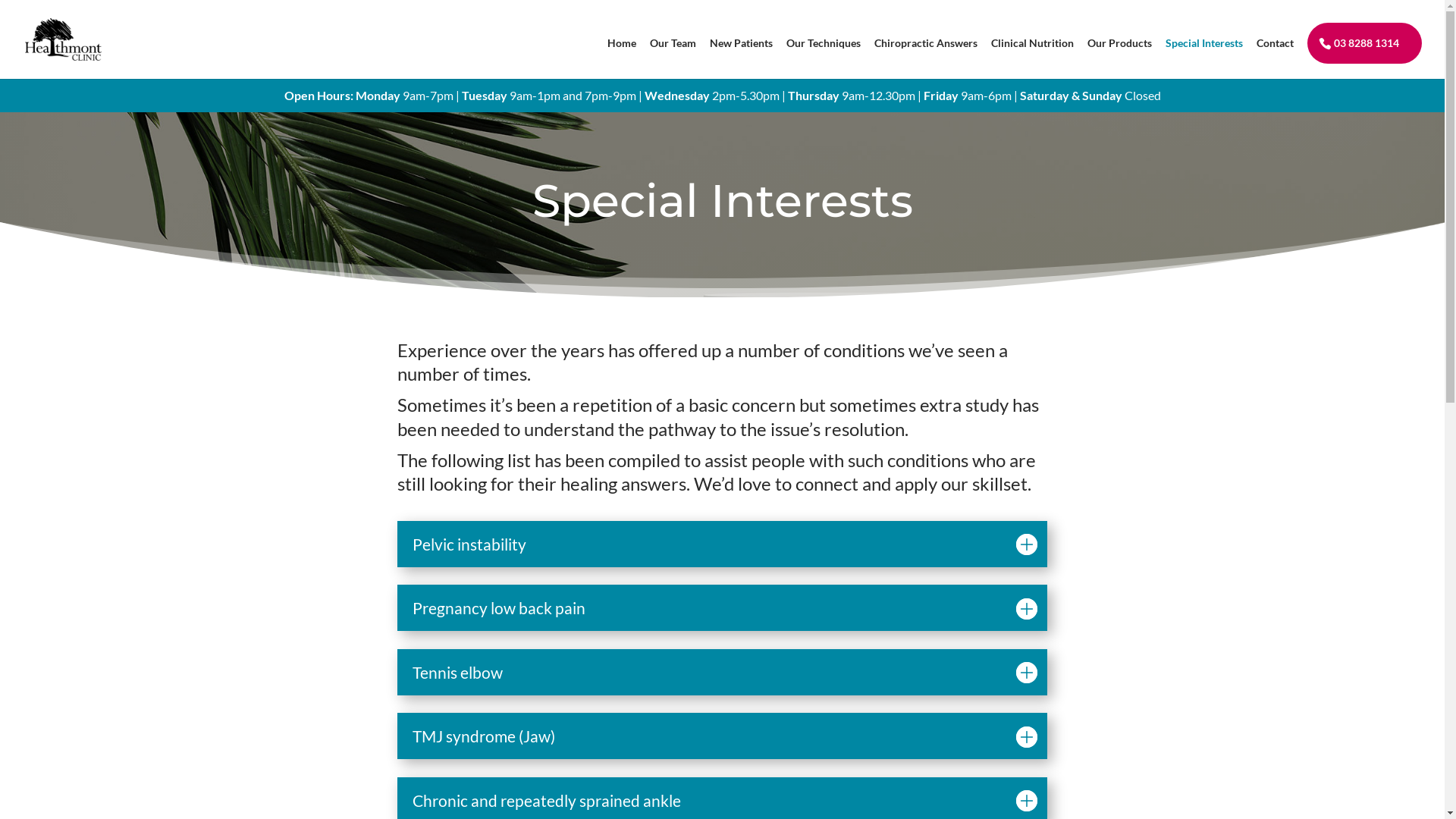 The width and height of the screenshot is (1456, 819). What do you see at coordinates (924, 54) in the screenshot?
I see `'Chiropractic Answers'` at bounding box center [924, 54].